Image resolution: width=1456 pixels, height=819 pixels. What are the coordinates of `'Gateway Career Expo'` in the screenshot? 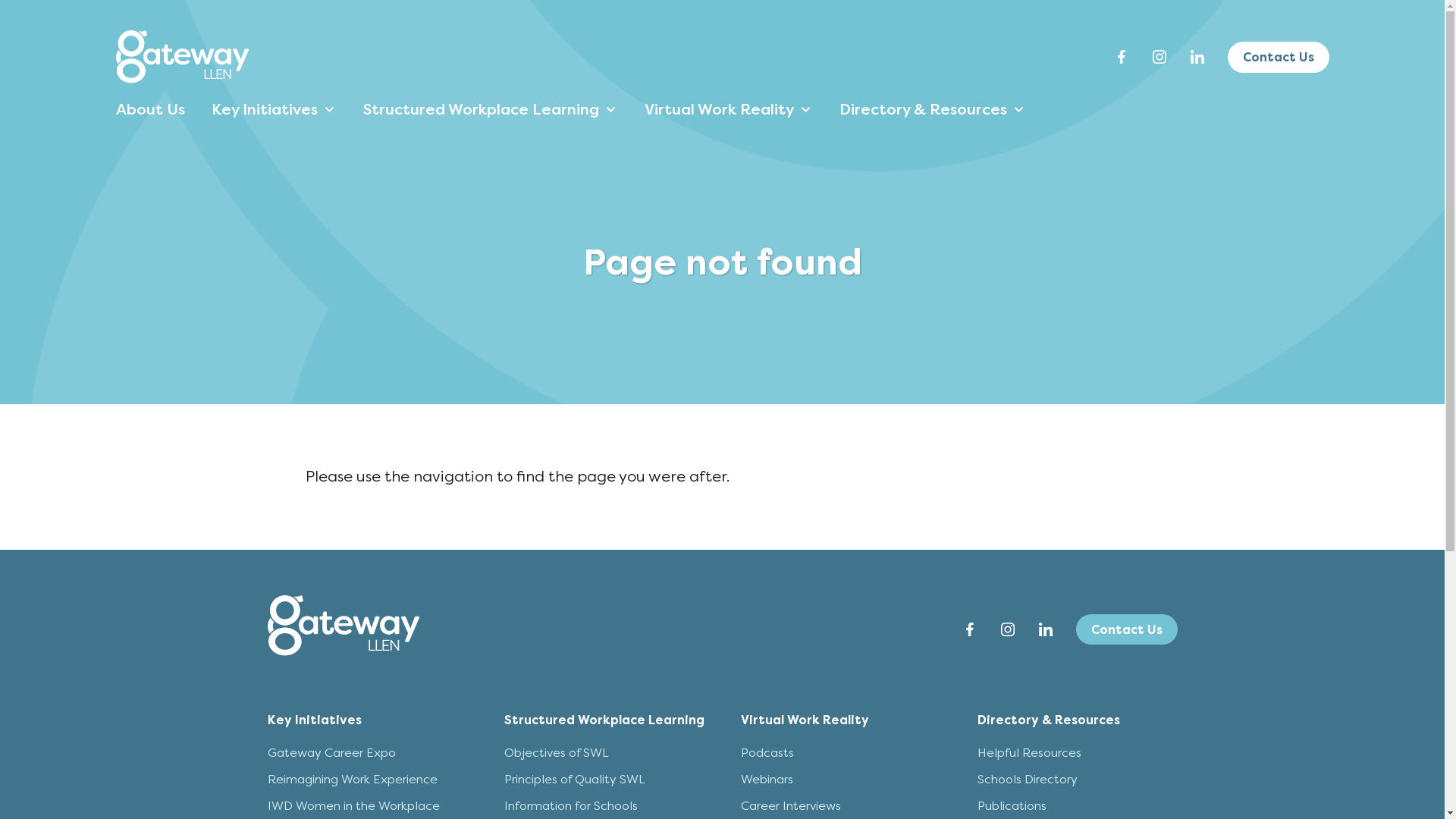 It's located at (330, 752).